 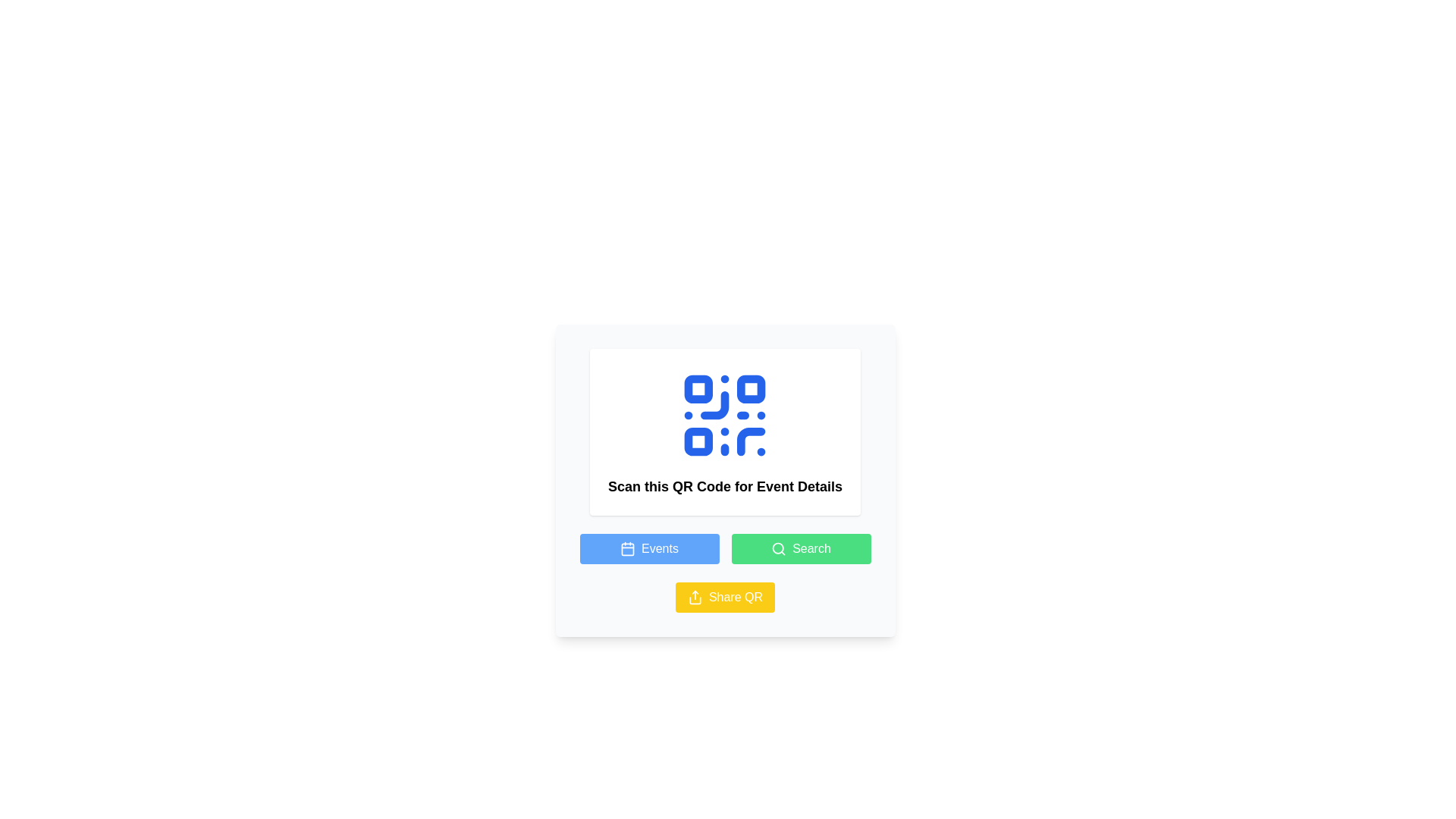 What do you see at coordinates (628, 549) in the screenshot?
I see `the calendar icon which is styled with a rounded outer rectangle and features a two-top bar pattern, located inside the blue 'Events' button` at bounding box center [628, 549].